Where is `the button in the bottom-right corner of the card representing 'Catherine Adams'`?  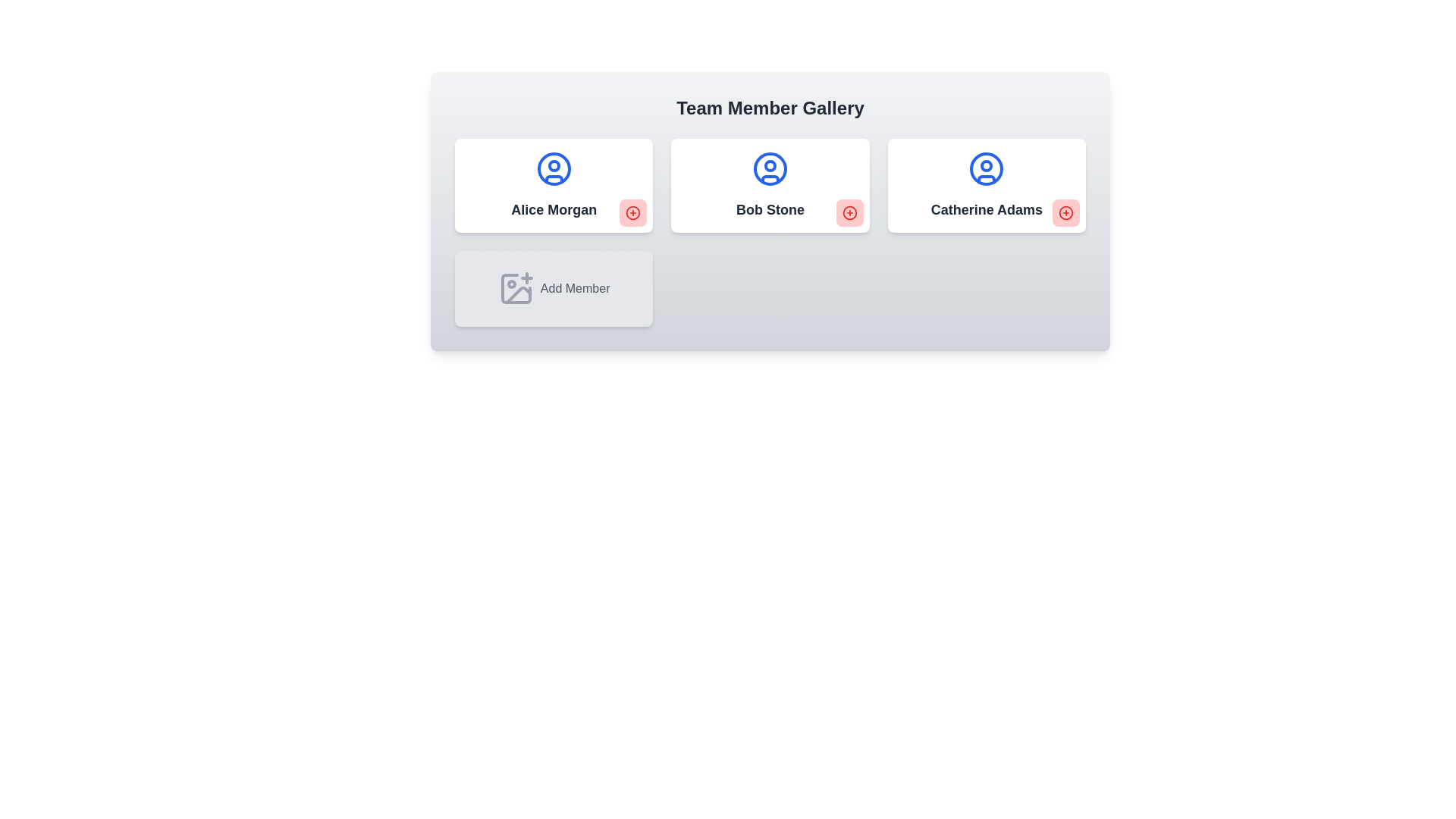 the button in the bottom-right corner of the card representing 'Catherine Adams' is located at coordinates (1065, 213).